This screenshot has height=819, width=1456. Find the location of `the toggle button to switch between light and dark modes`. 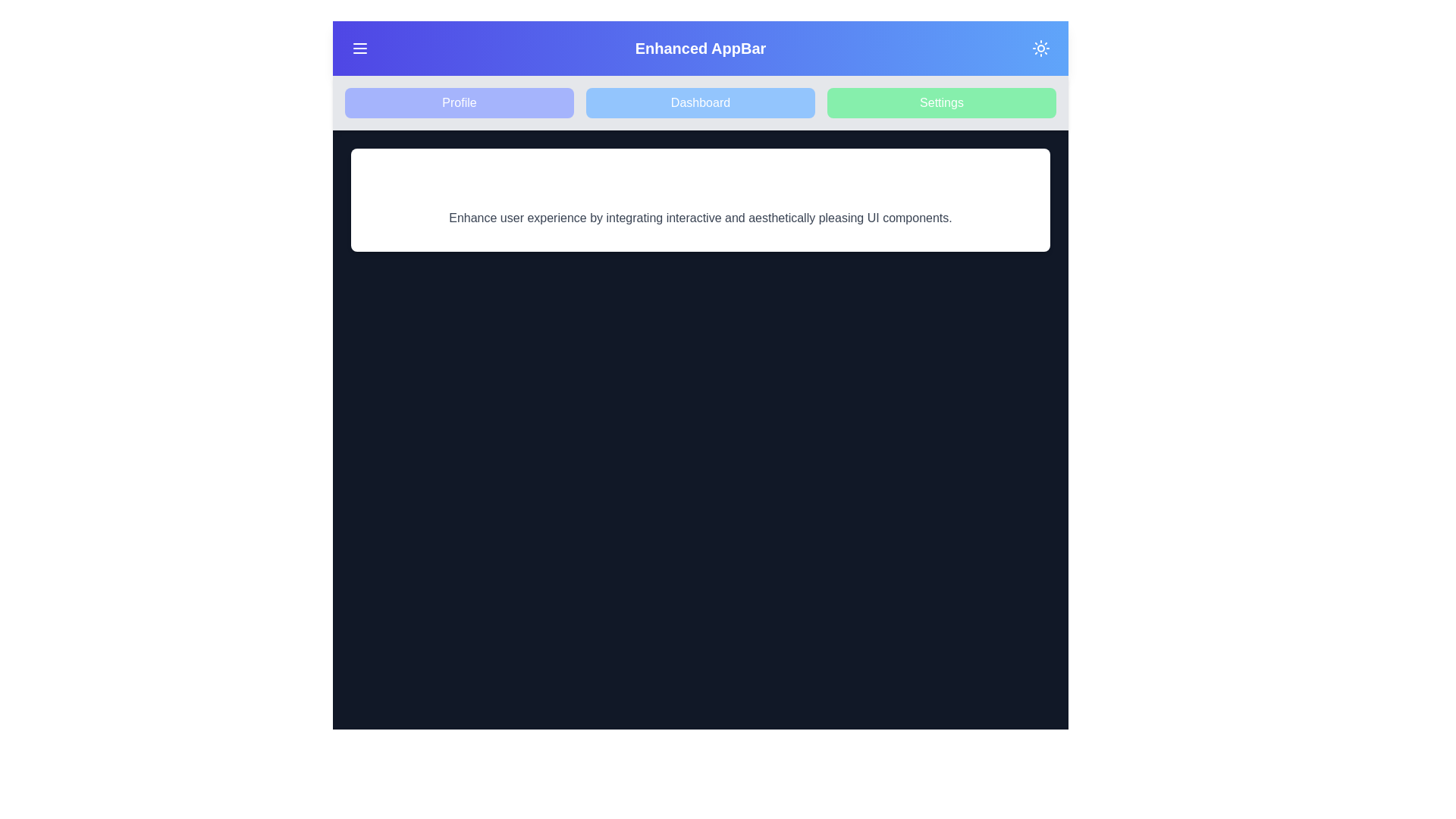

the toggle button to switch between light and dark modes is located at coordinates (1040, 48).